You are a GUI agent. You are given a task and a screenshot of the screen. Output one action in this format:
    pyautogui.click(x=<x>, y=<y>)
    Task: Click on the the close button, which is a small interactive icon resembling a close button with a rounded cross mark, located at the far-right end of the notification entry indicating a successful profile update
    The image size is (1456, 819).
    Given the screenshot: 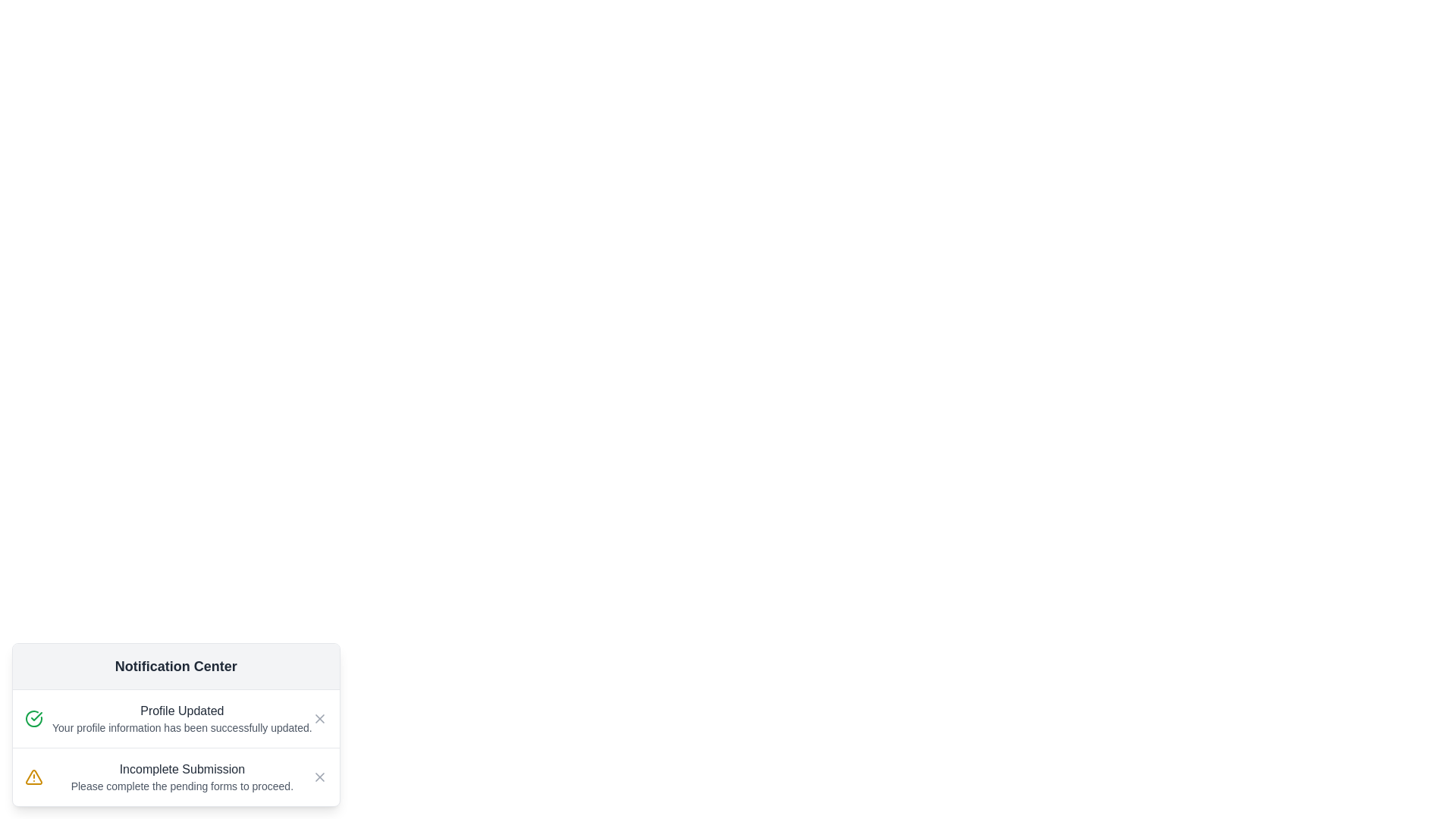 What is the action you would take?
    pyautogui.click(x=318, y=718)
    